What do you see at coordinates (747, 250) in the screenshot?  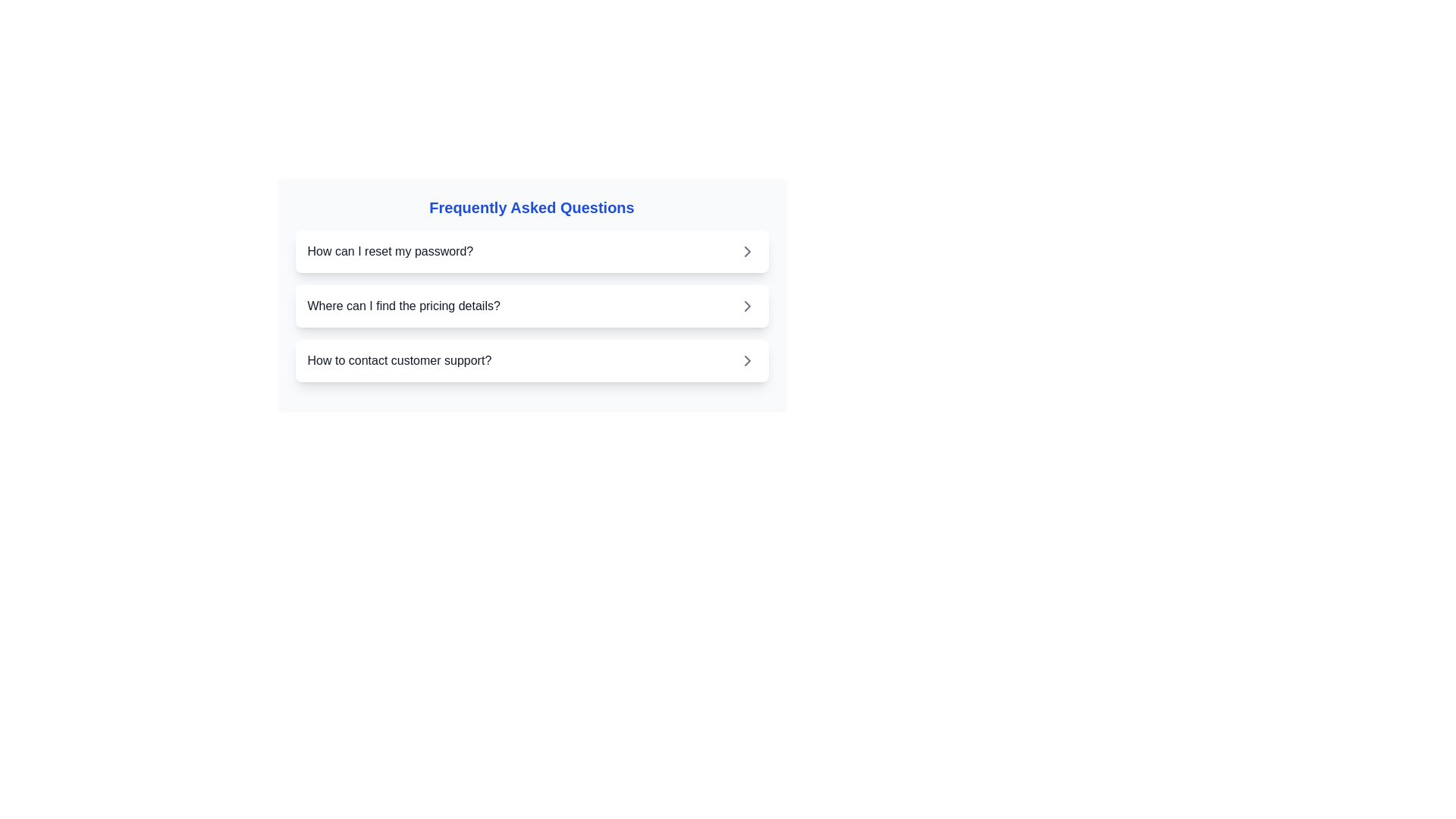 I see `the Chevron Right icon, which is a grey arrow pointing to the right, located to the right of the text 'How can I reset my password?'` at bounding box center [747, 250].